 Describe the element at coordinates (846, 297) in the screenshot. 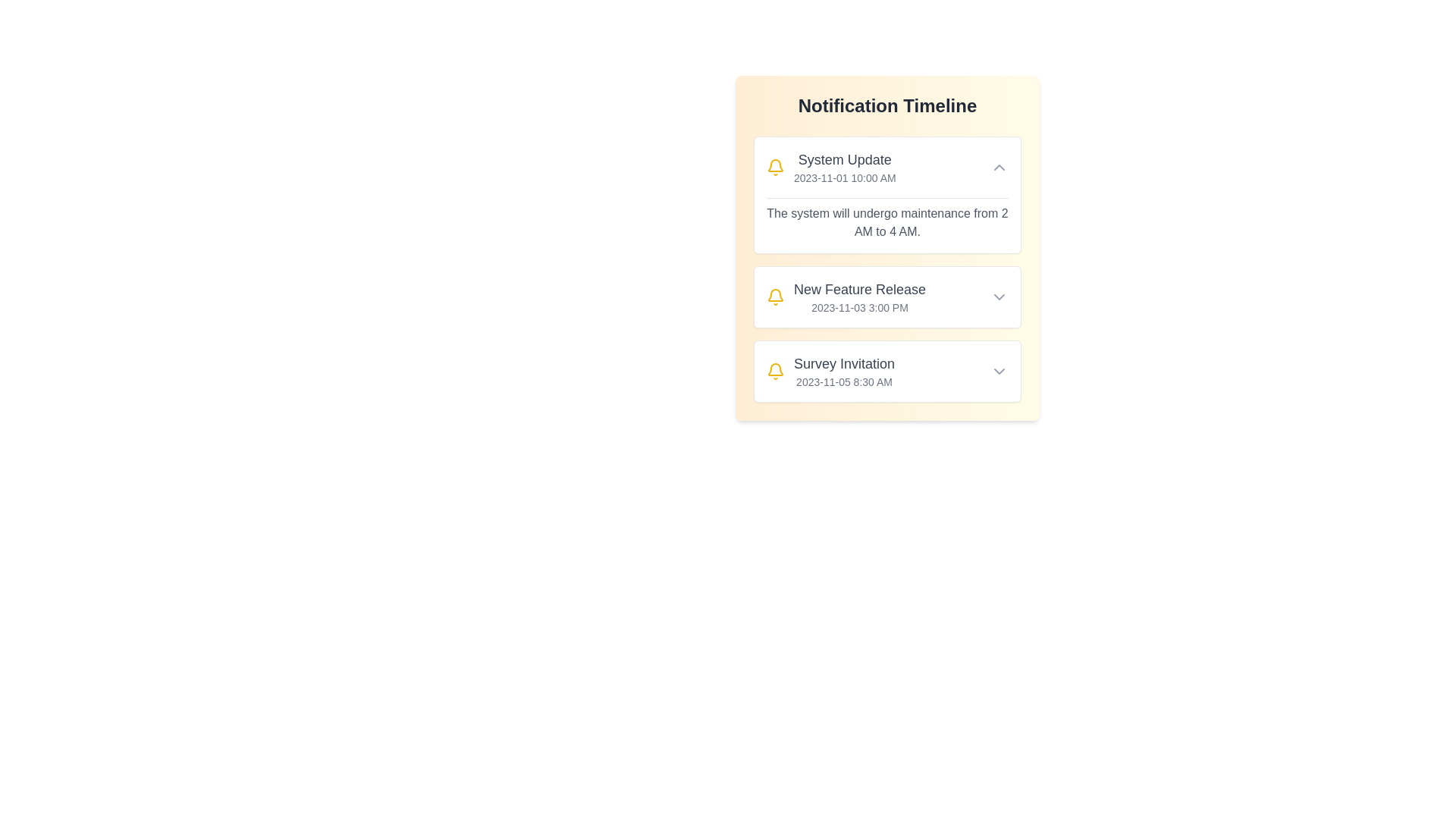

I see `information conveyed by the second notification item in the 'Notification Timeline' section, which displays details about a new feature release` at that location.